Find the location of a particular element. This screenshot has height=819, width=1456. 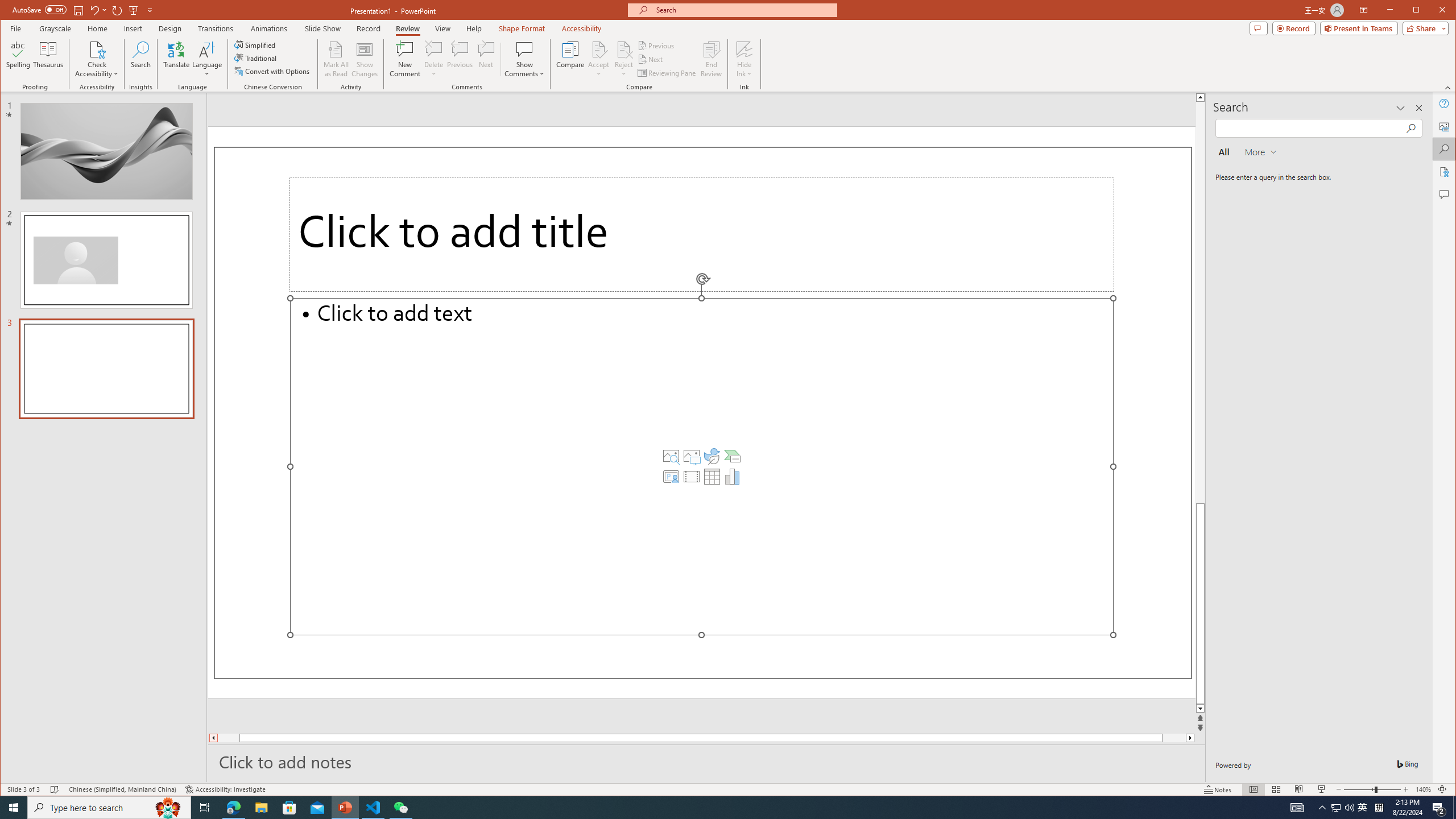

'Translate' is located at coordinates (176, 59).